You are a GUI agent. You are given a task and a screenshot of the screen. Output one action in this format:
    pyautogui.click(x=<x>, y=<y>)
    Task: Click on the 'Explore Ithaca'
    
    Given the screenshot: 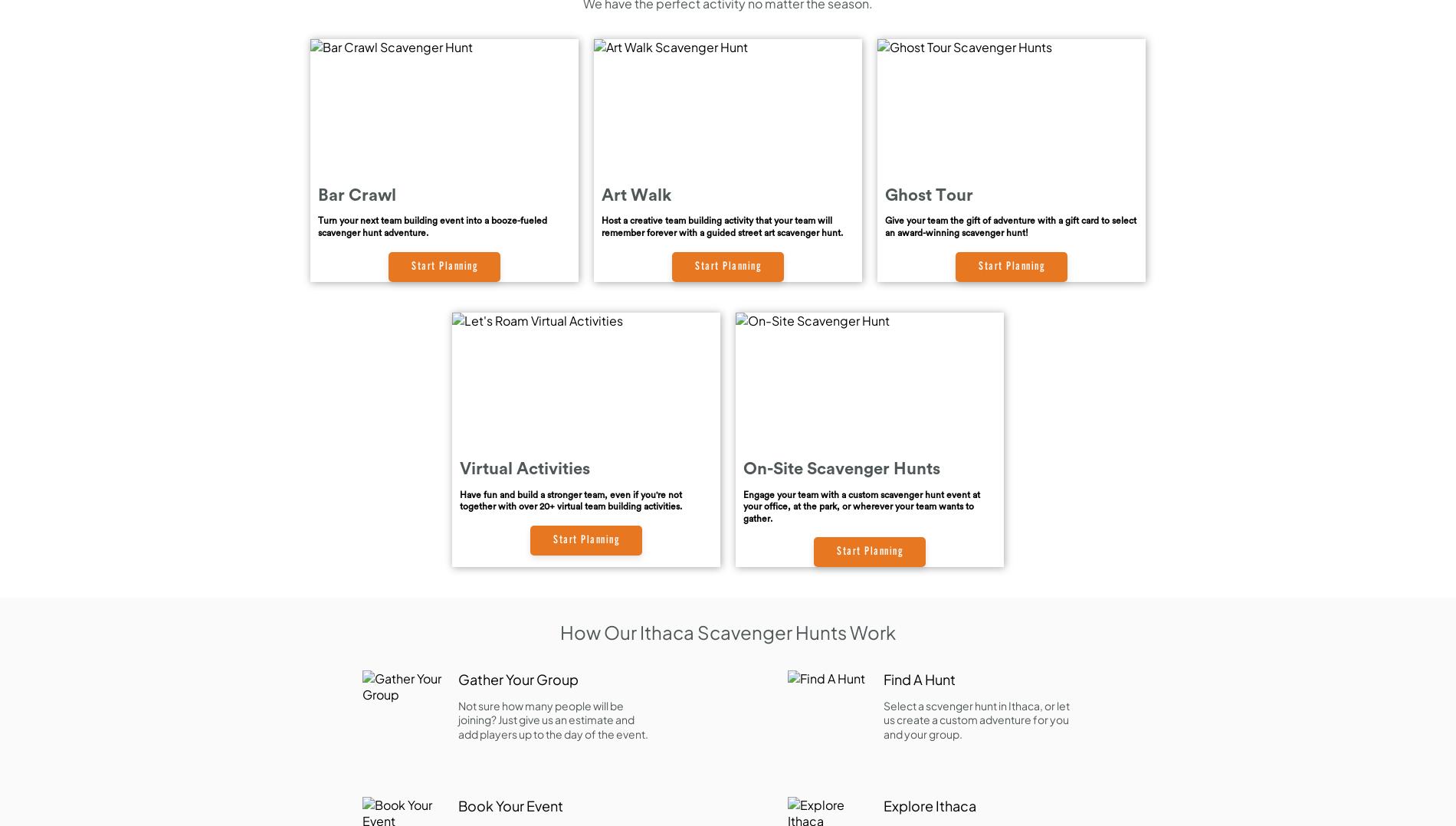 What is the action you would take?
    pyautogui.click(x=928, y=805)
    